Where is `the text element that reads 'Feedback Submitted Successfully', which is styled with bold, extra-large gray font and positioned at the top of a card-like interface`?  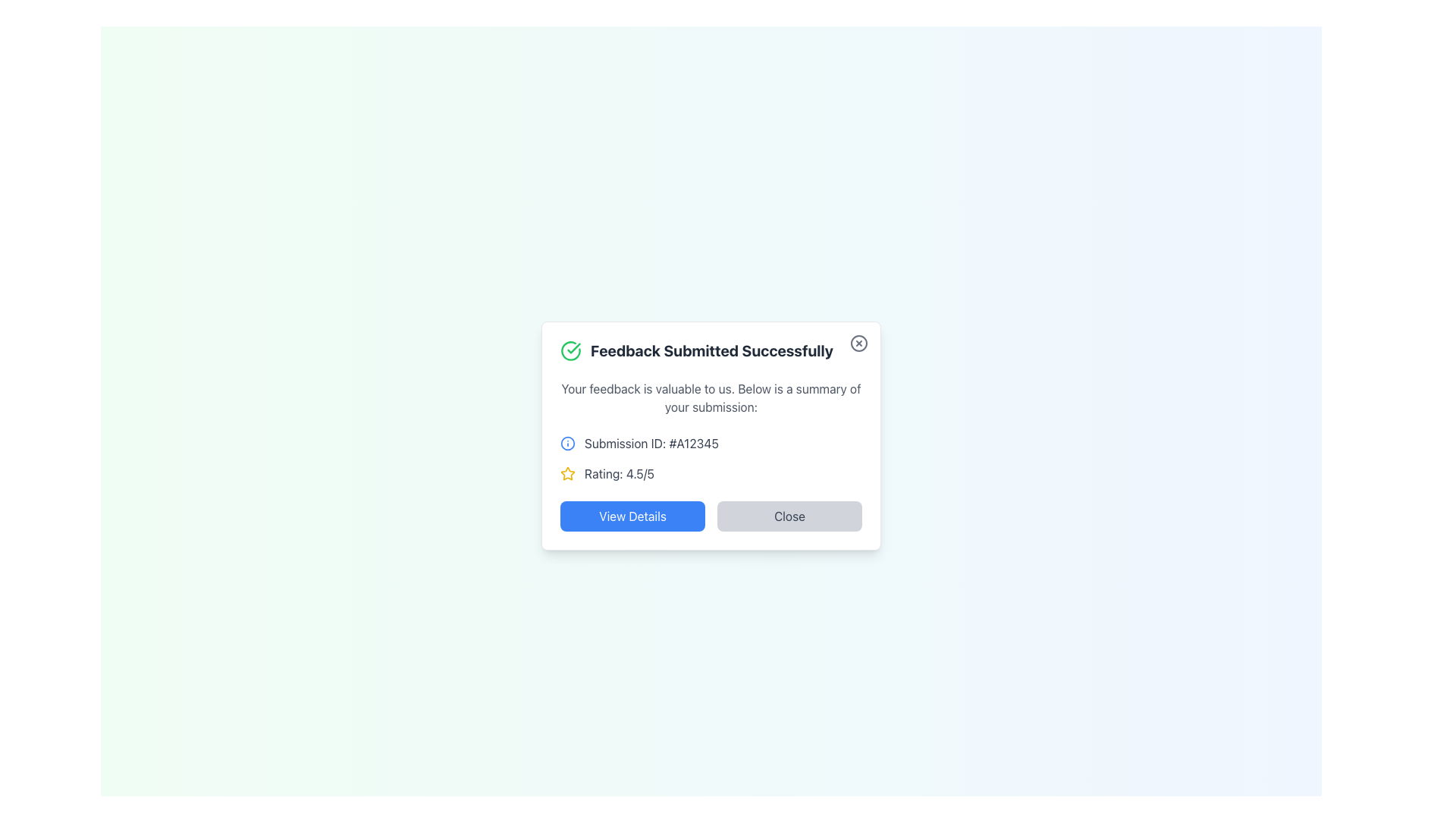
the text element that reads 'Feedback Submitted Successfully', which is styled with bold, extra-large gray font and positioned at the top of a card-like interface is located at coordinates (711, 350).